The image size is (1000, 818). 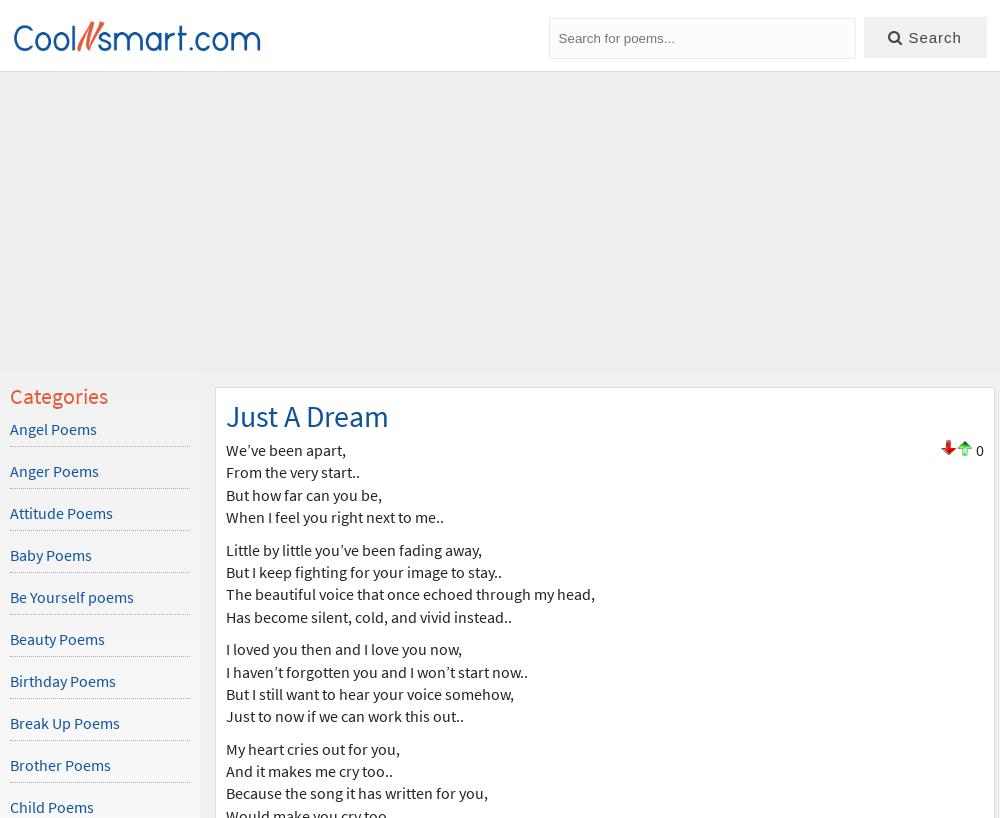 What do you see at coordinates (10, 470) in the screenshot?
I see `'Anger Poems'` at bounding box center [10, 470].